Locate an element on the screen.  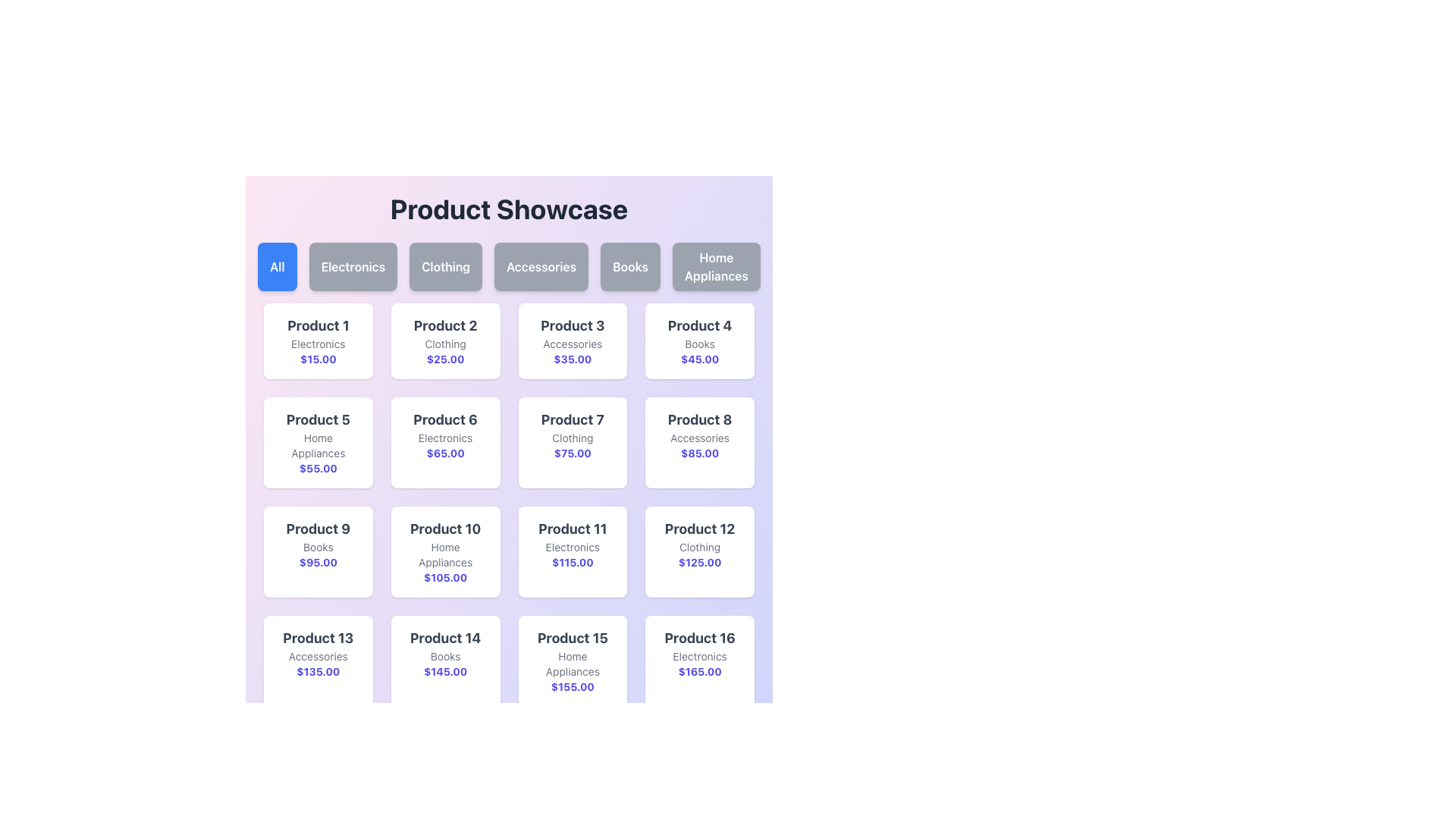
the price label indicating the cost of the product in the product card for 'Product 4' in the fourth column of the grid layout is located at coordinates (699, 359).